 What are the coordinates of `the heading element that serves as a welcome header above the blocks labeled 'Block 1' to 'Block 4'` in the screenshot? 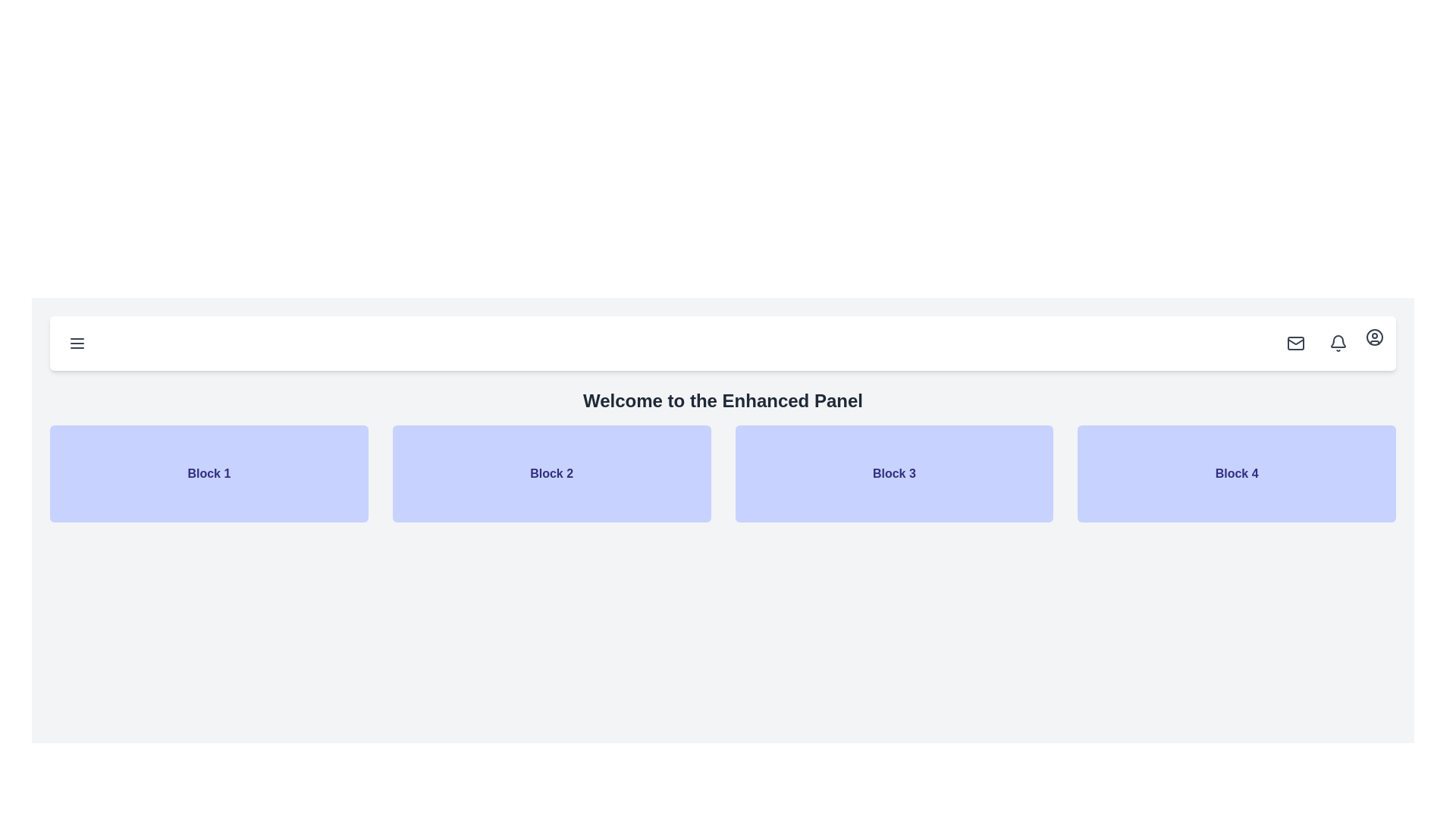 It's located at (722, 400).